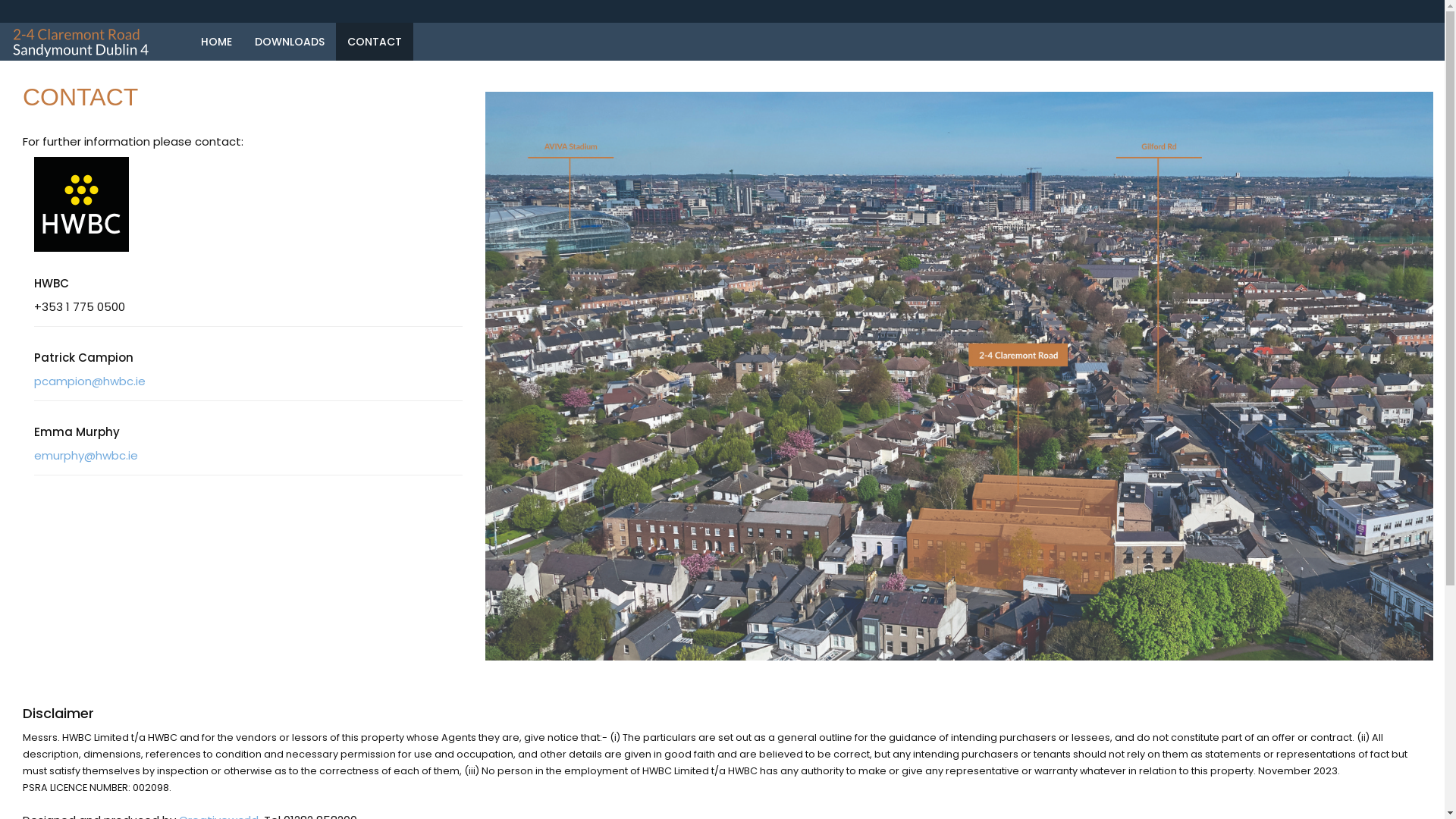 The image size is (1456, 819). What do you see at coordinates (33, 380) in the screenshot?
I see `'pcampion@hwbc.ie'` at bounding box center [33, 380].